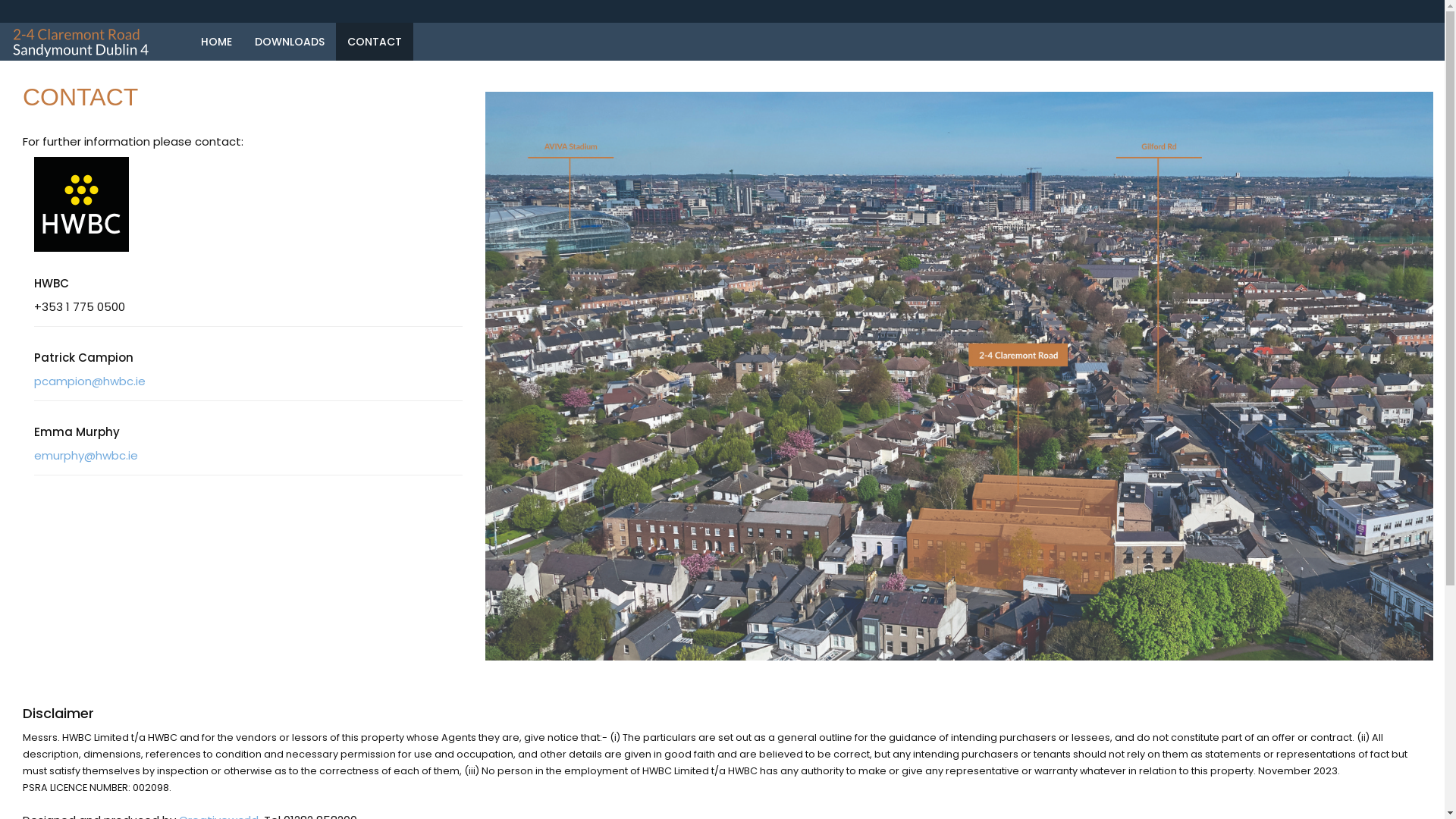 The image size is (1456, 819). What do you see at coordinates (33, 380) in the screenshot?
I see `'pcampion@hwbc.ie'` at bounding box center [33, 380].